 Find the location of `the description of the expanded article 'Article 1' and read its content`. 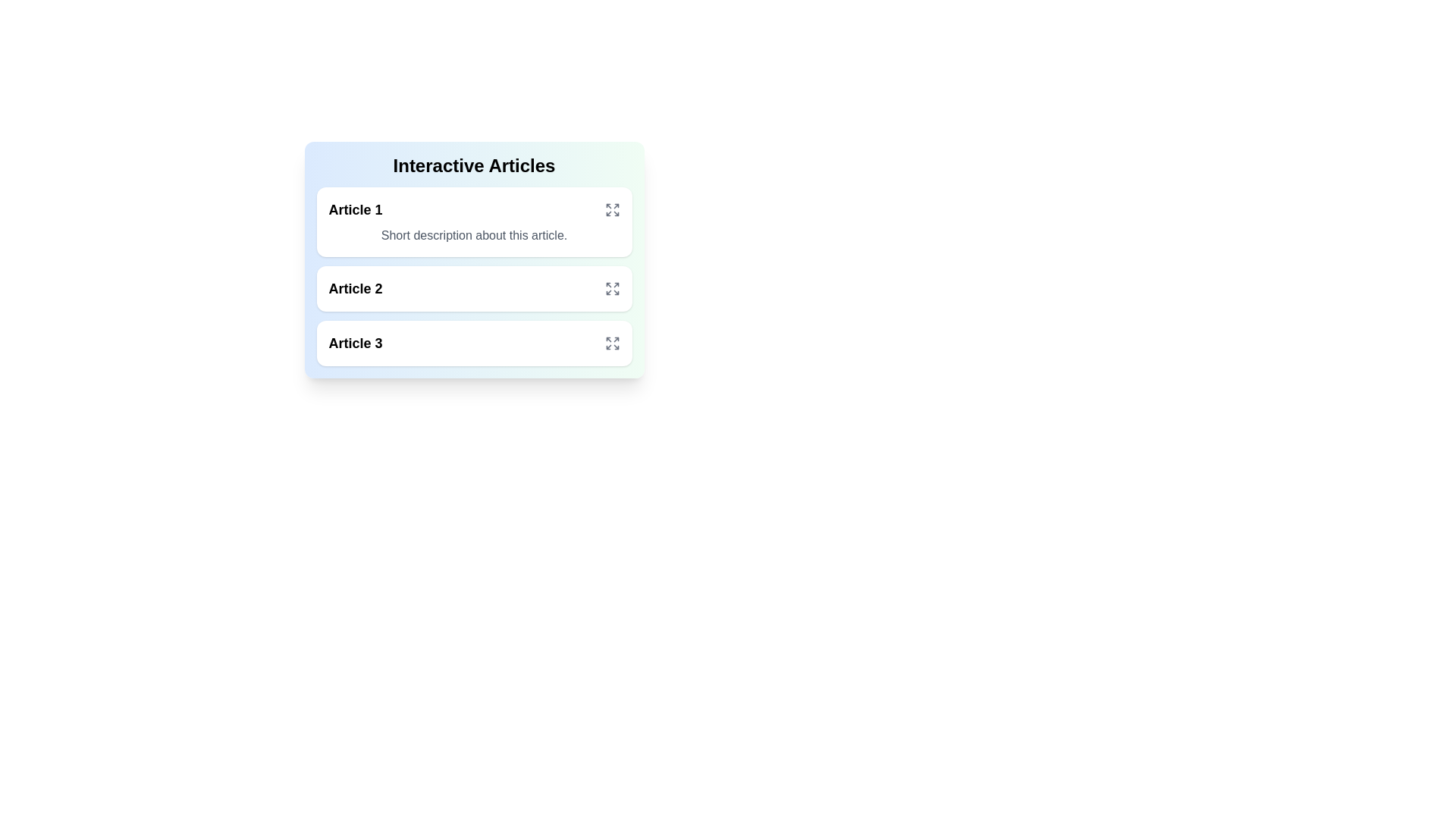

the description of the expanded article 'Article 1' and read its content is located at coordinates (473, 236).